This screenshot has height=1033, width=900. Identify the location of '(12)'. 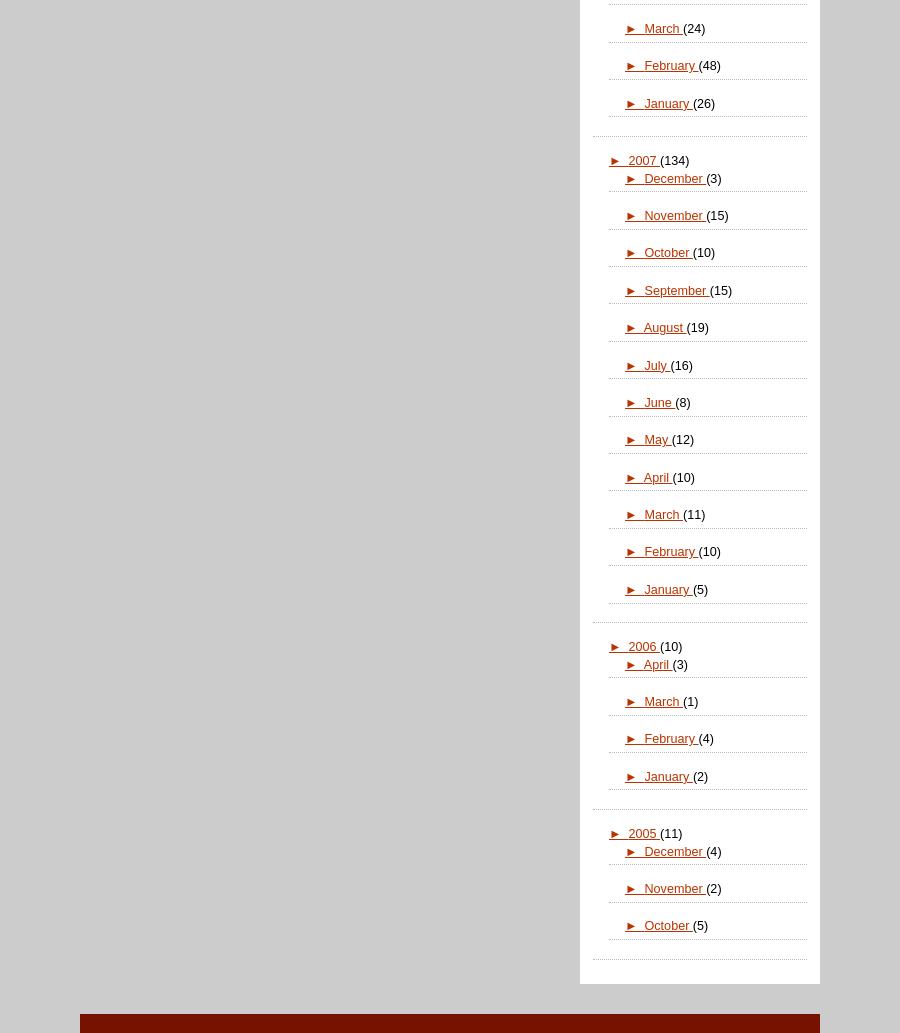
(681, 439).